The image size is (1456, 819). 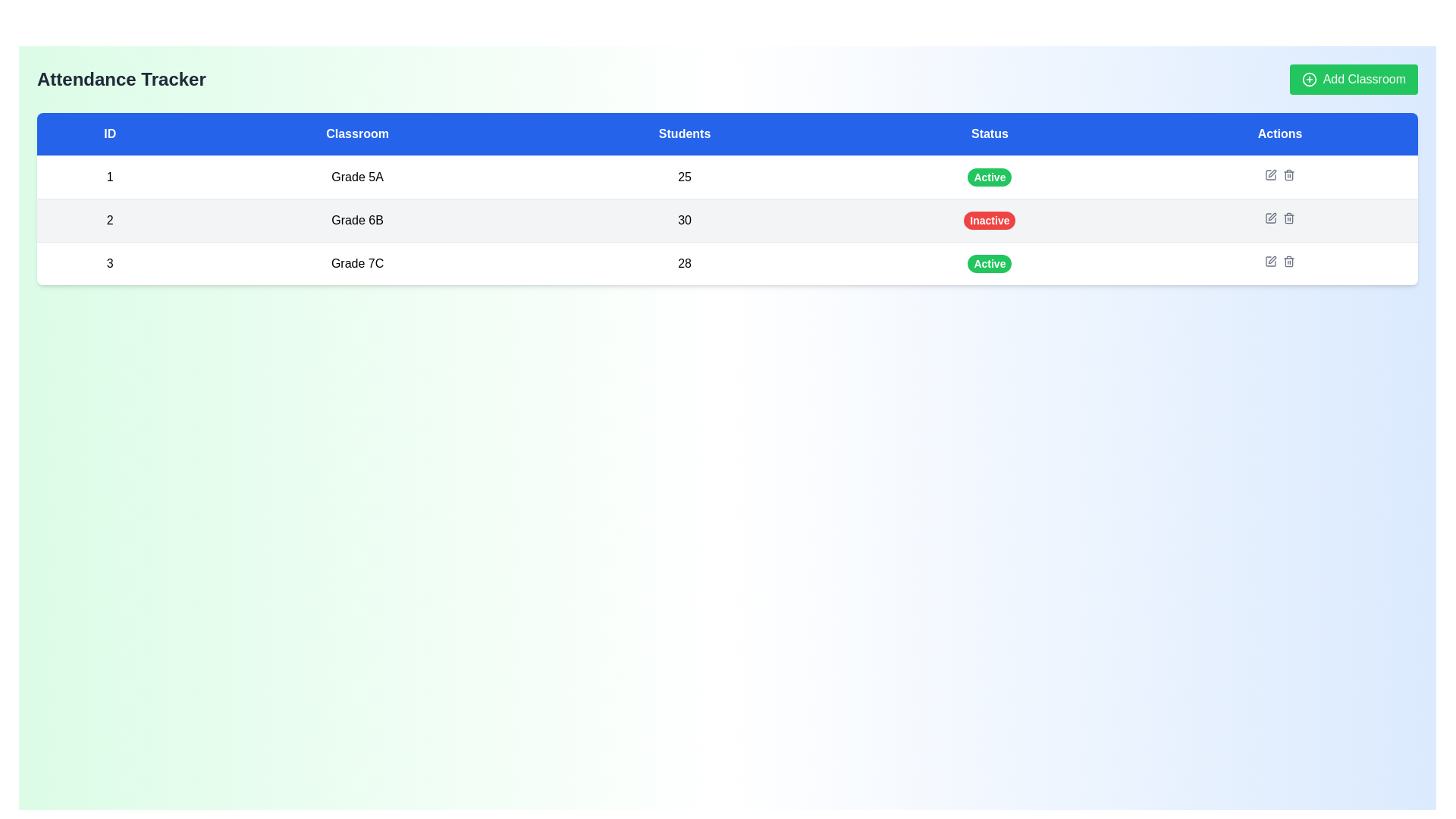 I want to click on the text label displaying 'Grade 6B' in the second row of the table under the 'Classroom' column, so click(x=356, y=220).